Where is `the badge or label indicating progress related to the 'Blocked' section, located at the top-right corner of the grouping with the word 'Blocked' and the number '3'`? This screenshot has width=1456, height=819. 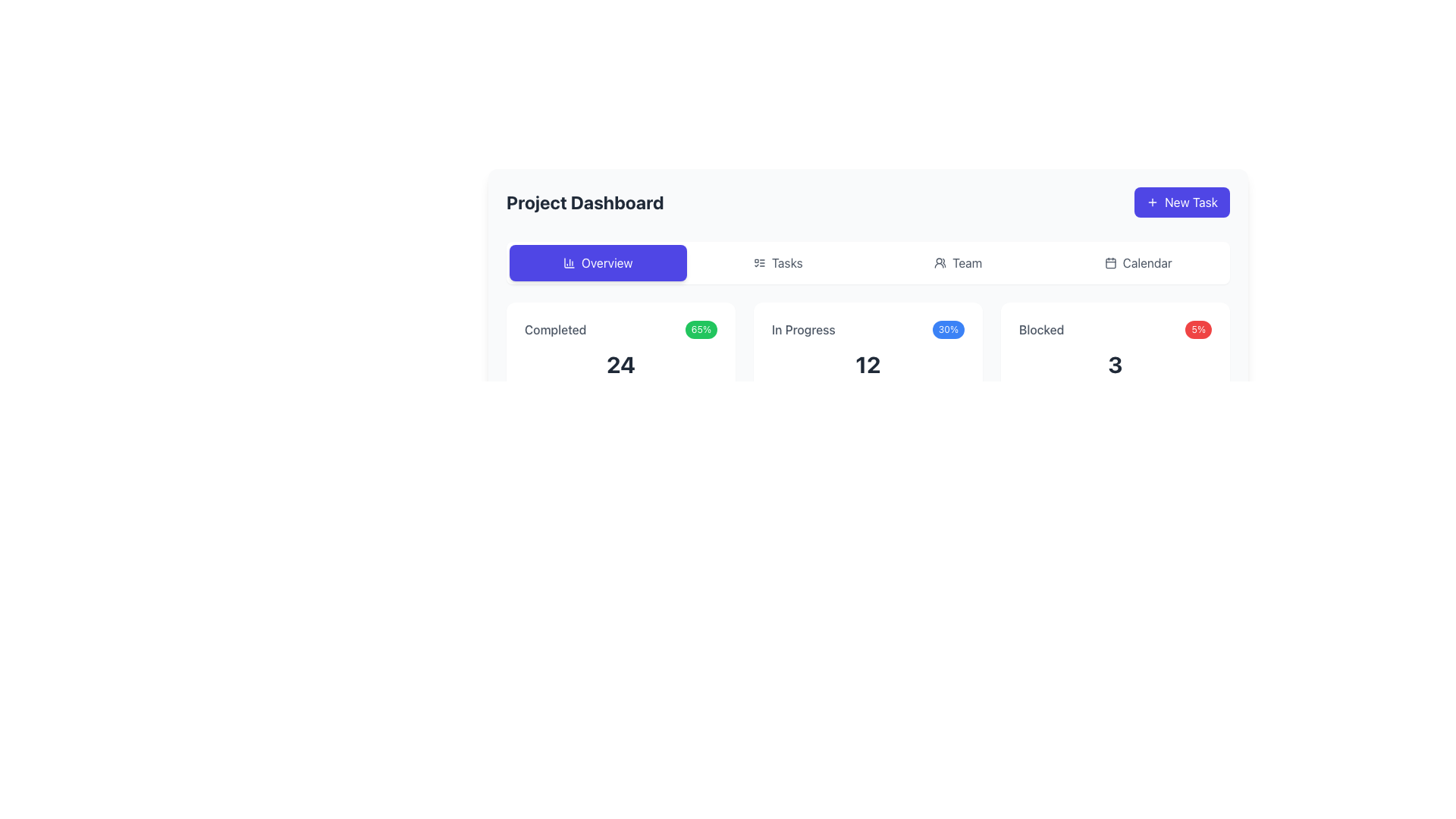
the badge or label indicating progress related to the 'Blocked' section, located at the top-right corner of the grouping with the word 'Blocked' and the number '3' is located at coordinates (1197, 329).